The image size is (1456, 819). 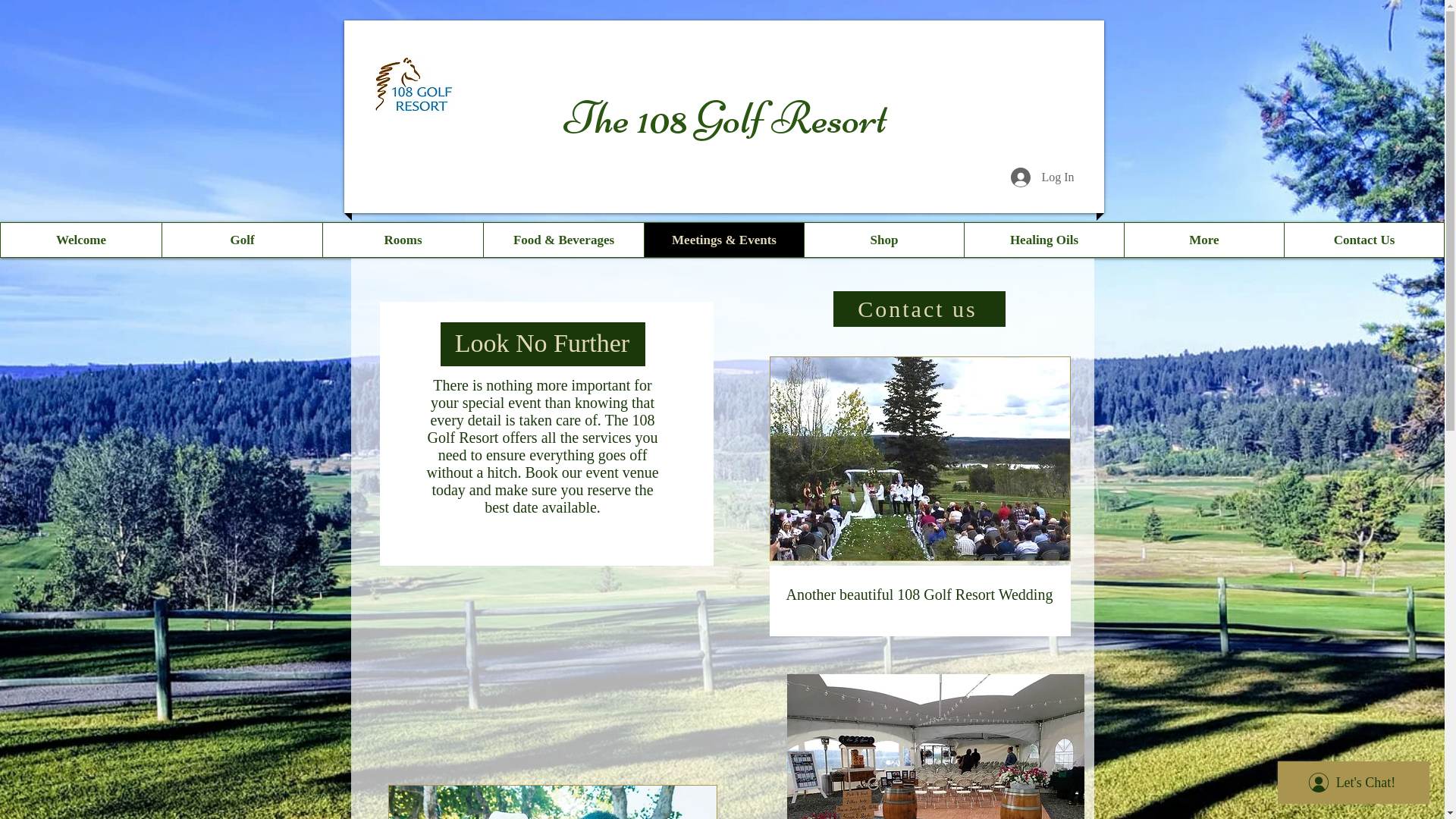 I want to click on 'More', so click(x=1203, y=239).